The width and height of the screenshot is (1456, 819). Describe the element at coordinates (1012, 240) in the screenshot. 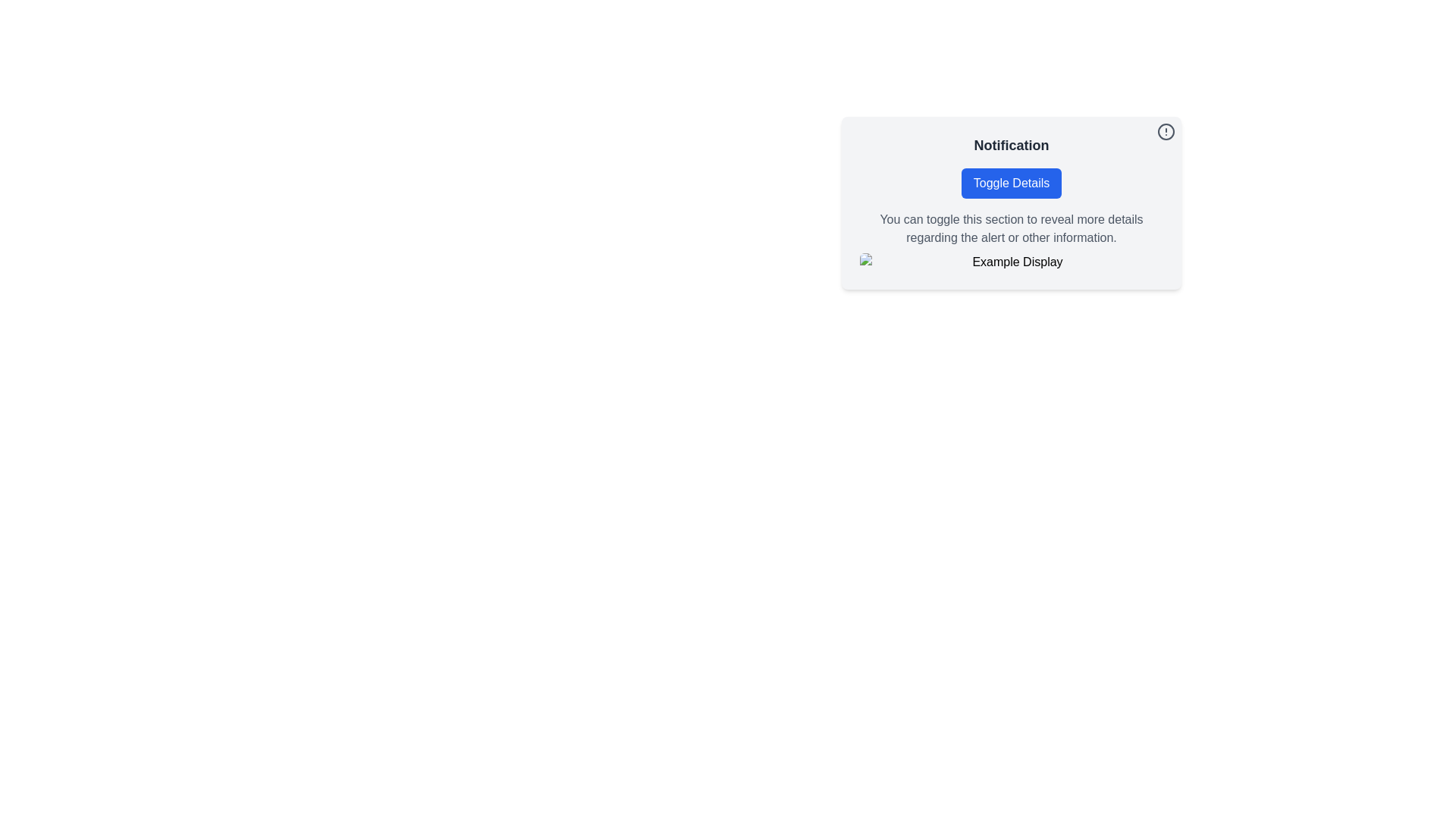

I see `the text block containing the phrase 'You can toggle this section` at that location.